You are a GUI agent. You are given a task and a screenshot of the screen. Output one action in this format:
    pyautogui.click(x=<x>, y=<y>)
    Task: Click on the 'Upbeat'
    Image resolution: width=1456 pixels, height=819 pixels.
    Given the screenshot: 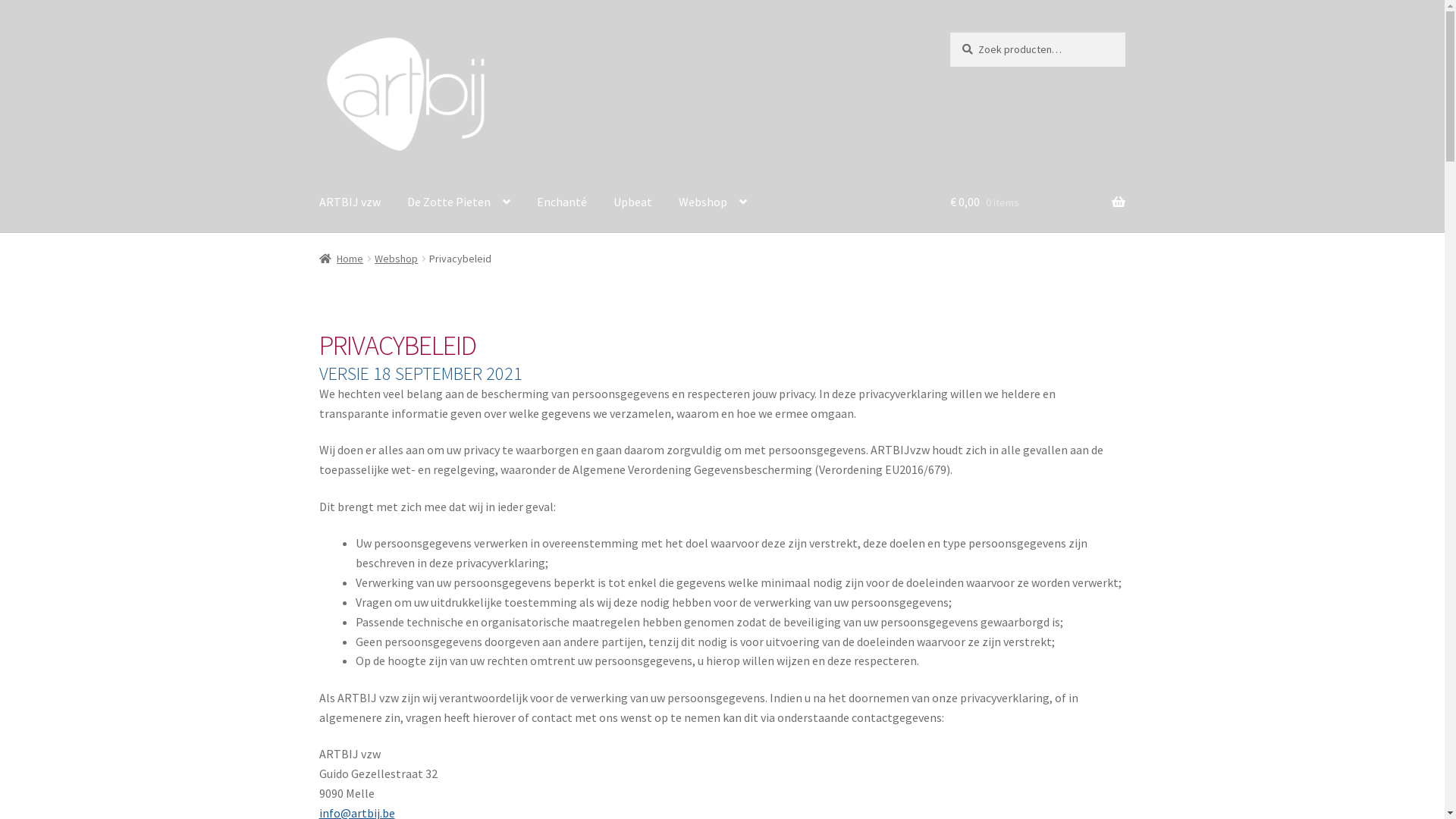 What is the action you would take?
    pyautogui.click(x=632, y=201)
    